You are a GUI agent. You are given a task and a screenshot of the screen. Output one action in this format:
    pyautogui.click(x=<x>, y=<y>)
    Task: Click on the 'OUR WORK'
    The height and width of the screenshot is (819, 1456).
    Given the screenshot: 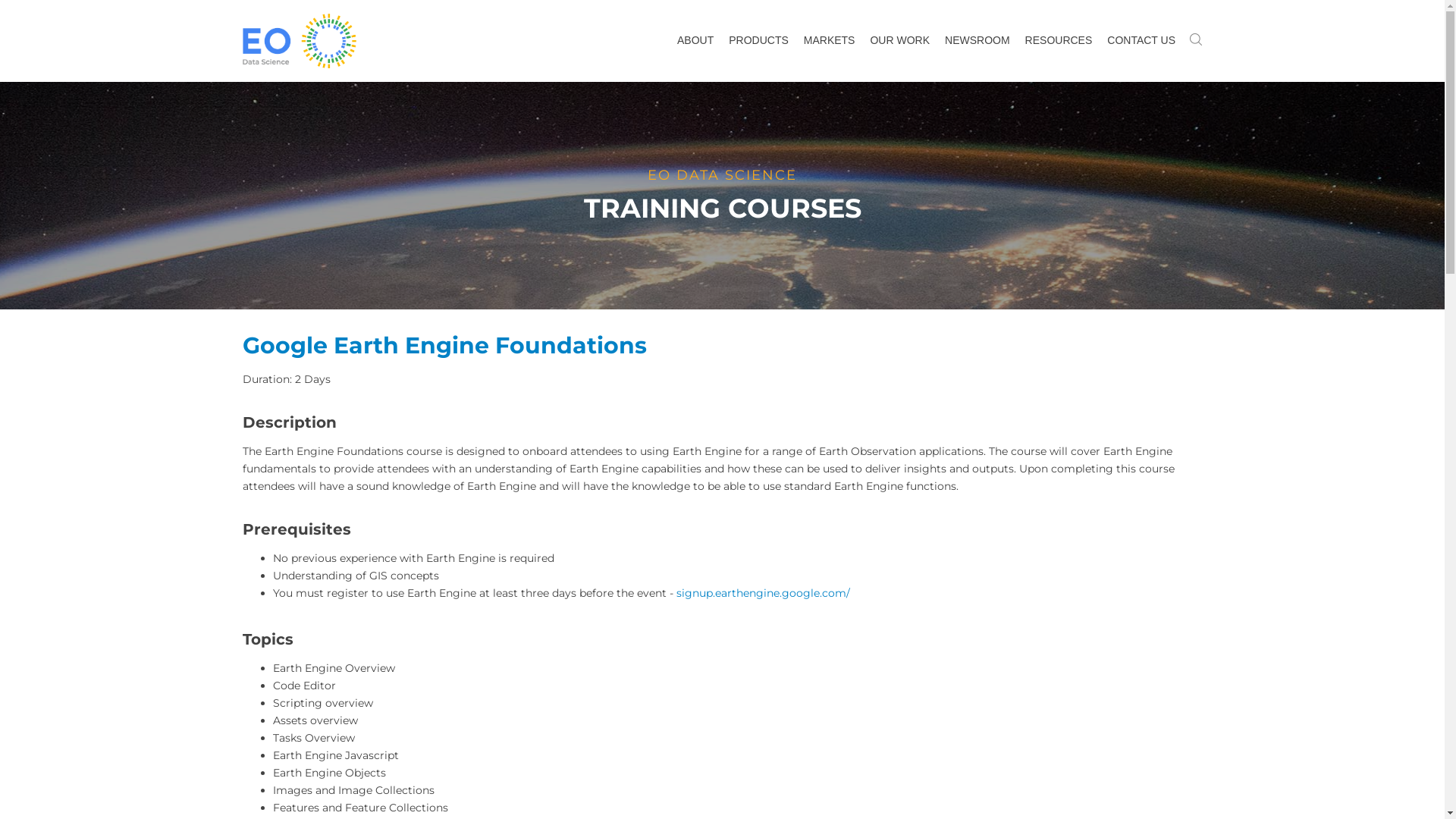 What is the action you would take?
    pyautogui.click(x=899, y=39)
    